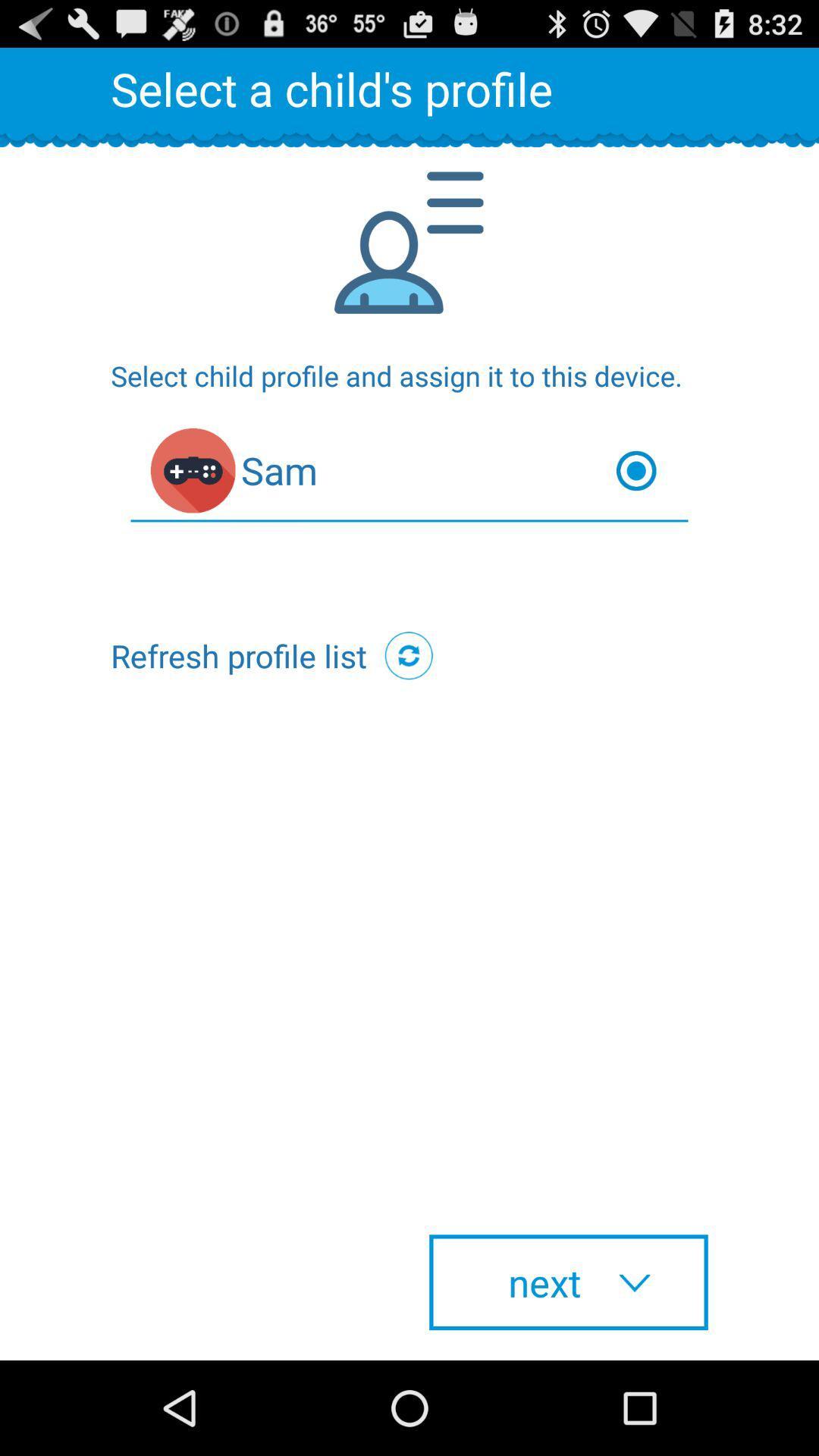 This screenshot has width=819, height=1456. I want to click on the item below the select child profile item, so click(409, 473).